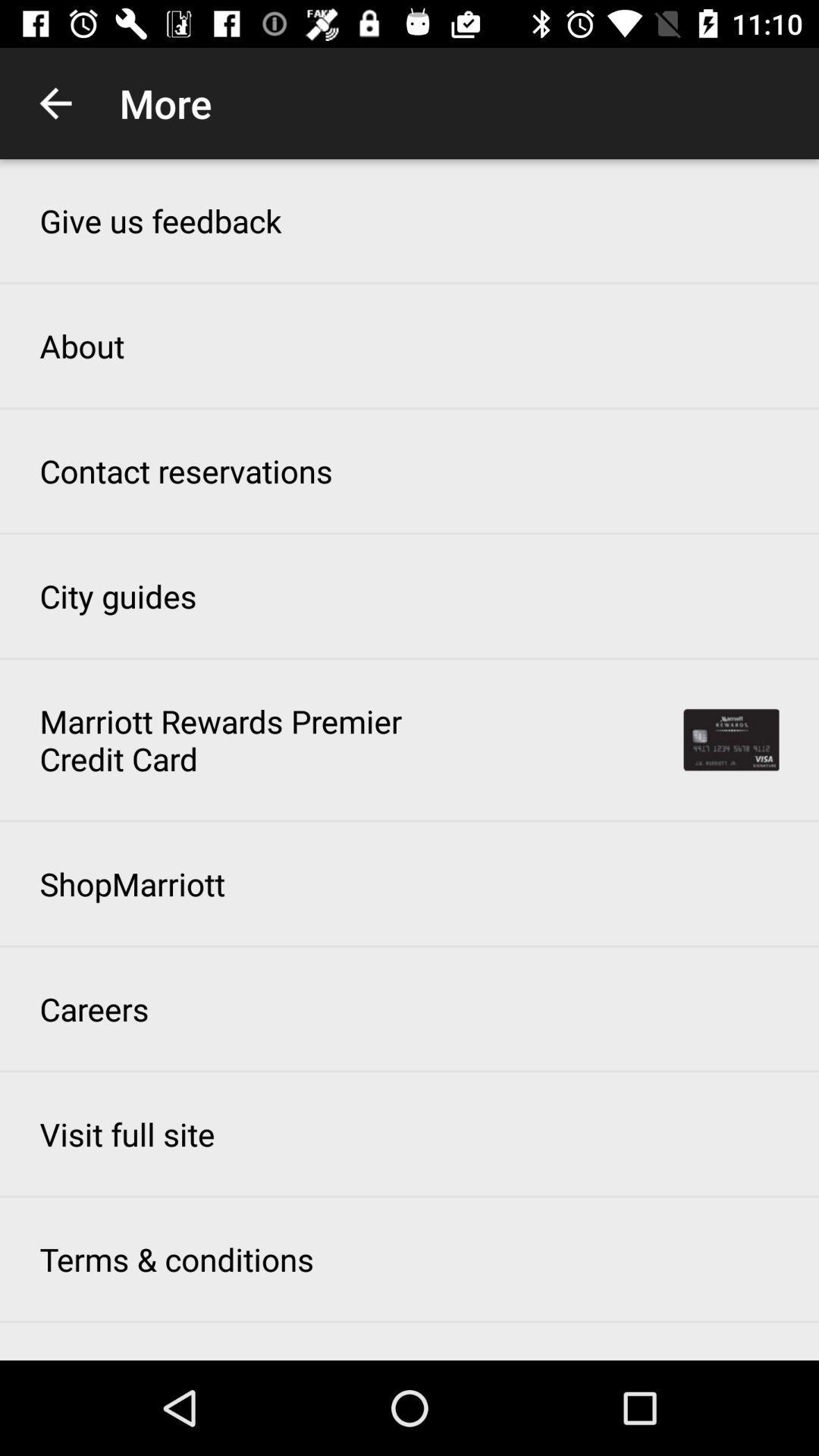 The height and width of the screenshot is (1456, 819). I want to click on the marriott rewards premier icon, so click(230, 739).